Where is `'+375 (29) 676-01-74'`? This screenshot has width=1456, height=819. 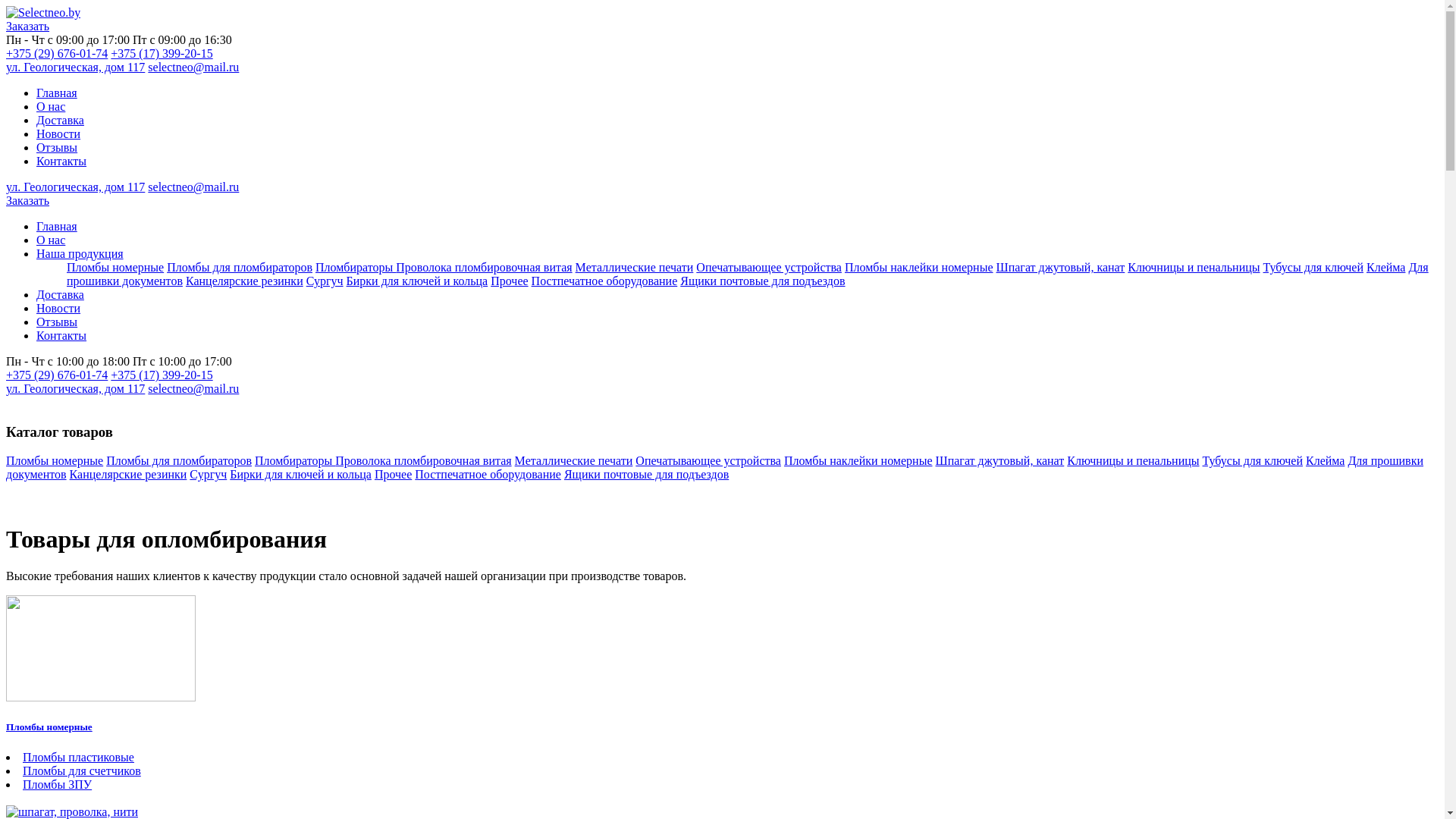 '+375 (29) 676-01-74' is located at coordinates (57, 375).